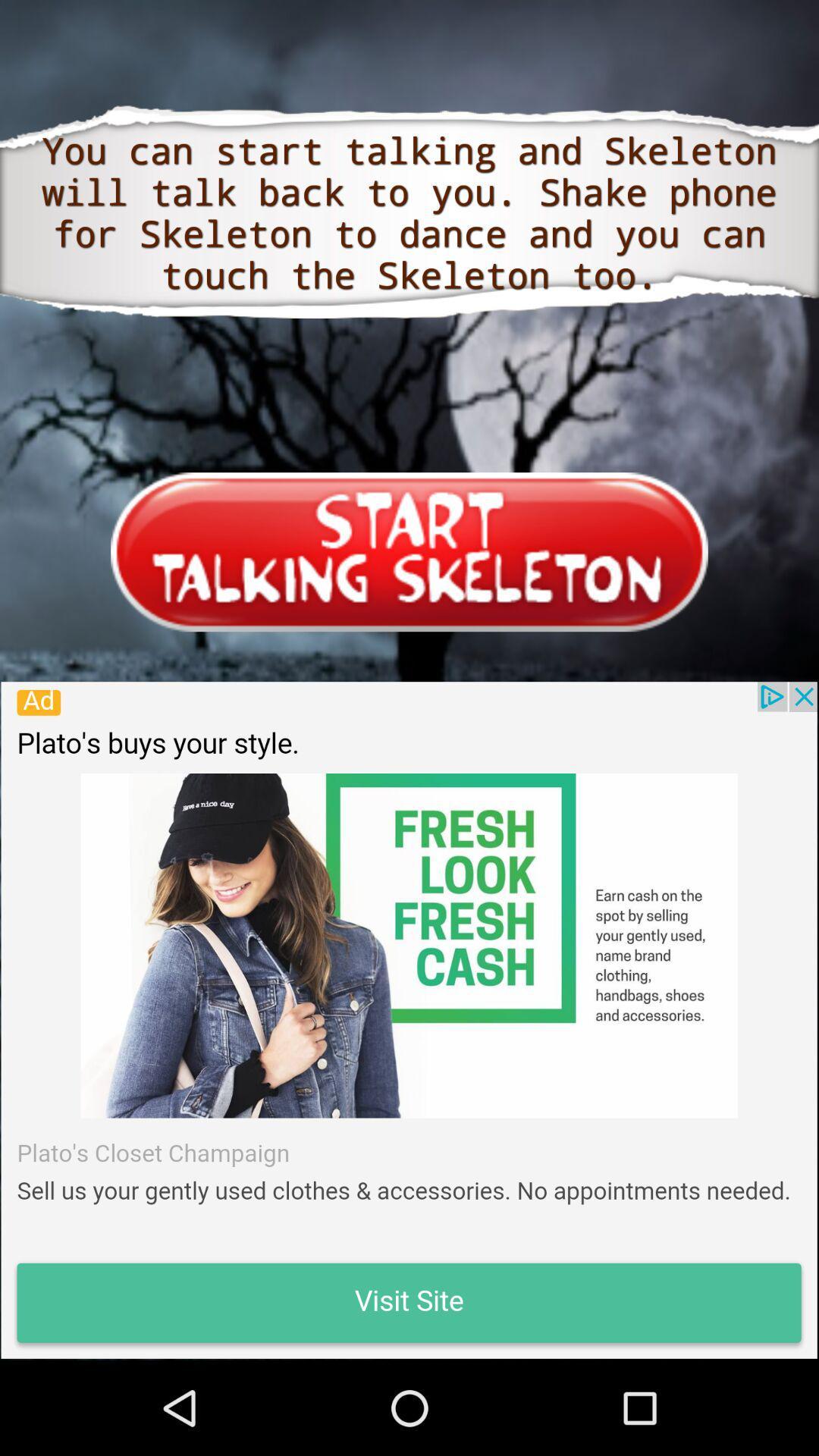 The height and width of the screenshot is (1456, 819). Describe the element at coordinates (408, 1020) in the screenshot. I see `talk back app` at that location.